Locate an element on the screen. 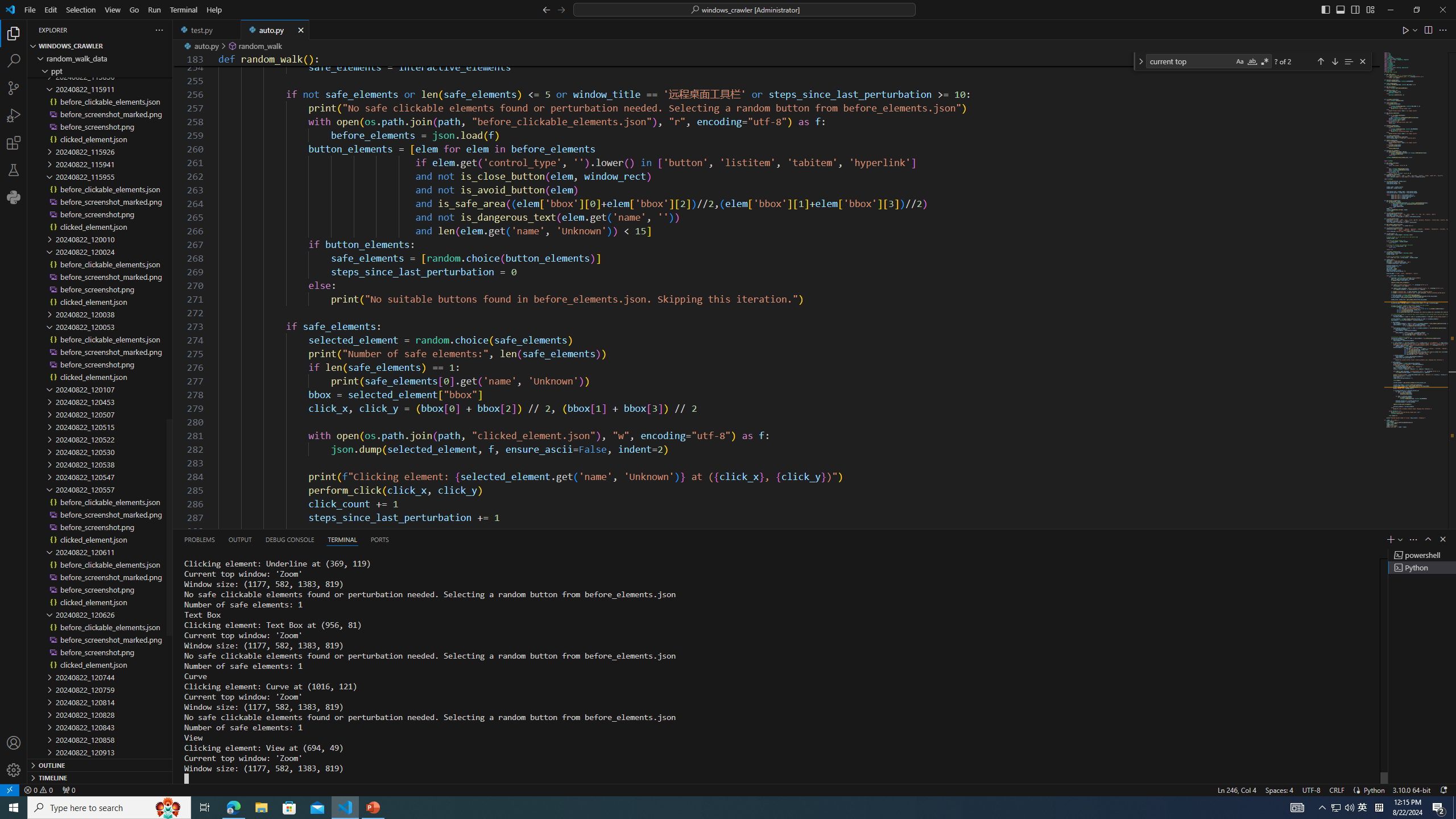  'Source Control (Ctrl+Shift+G)' is located at coordinates (14, 87).